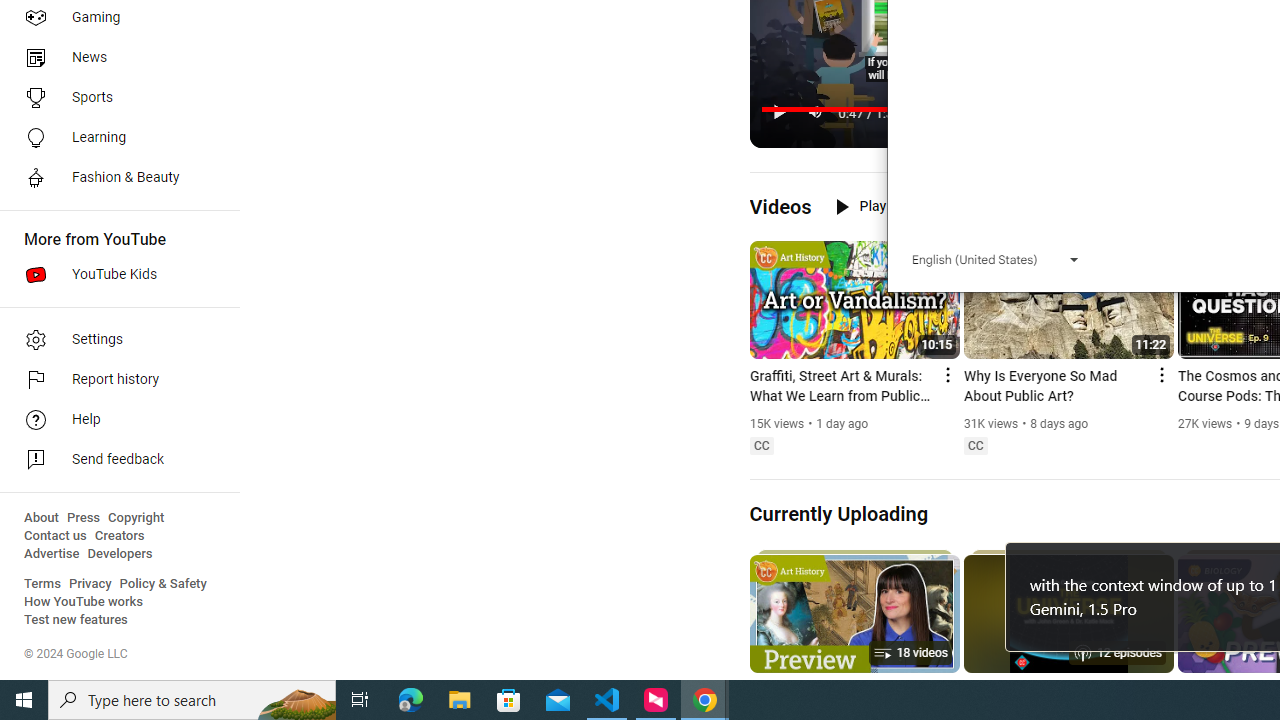 Image resolution: width=1280 pixels, height=720 pixels. I want to click on 'Type here to search', so click(192, 698).